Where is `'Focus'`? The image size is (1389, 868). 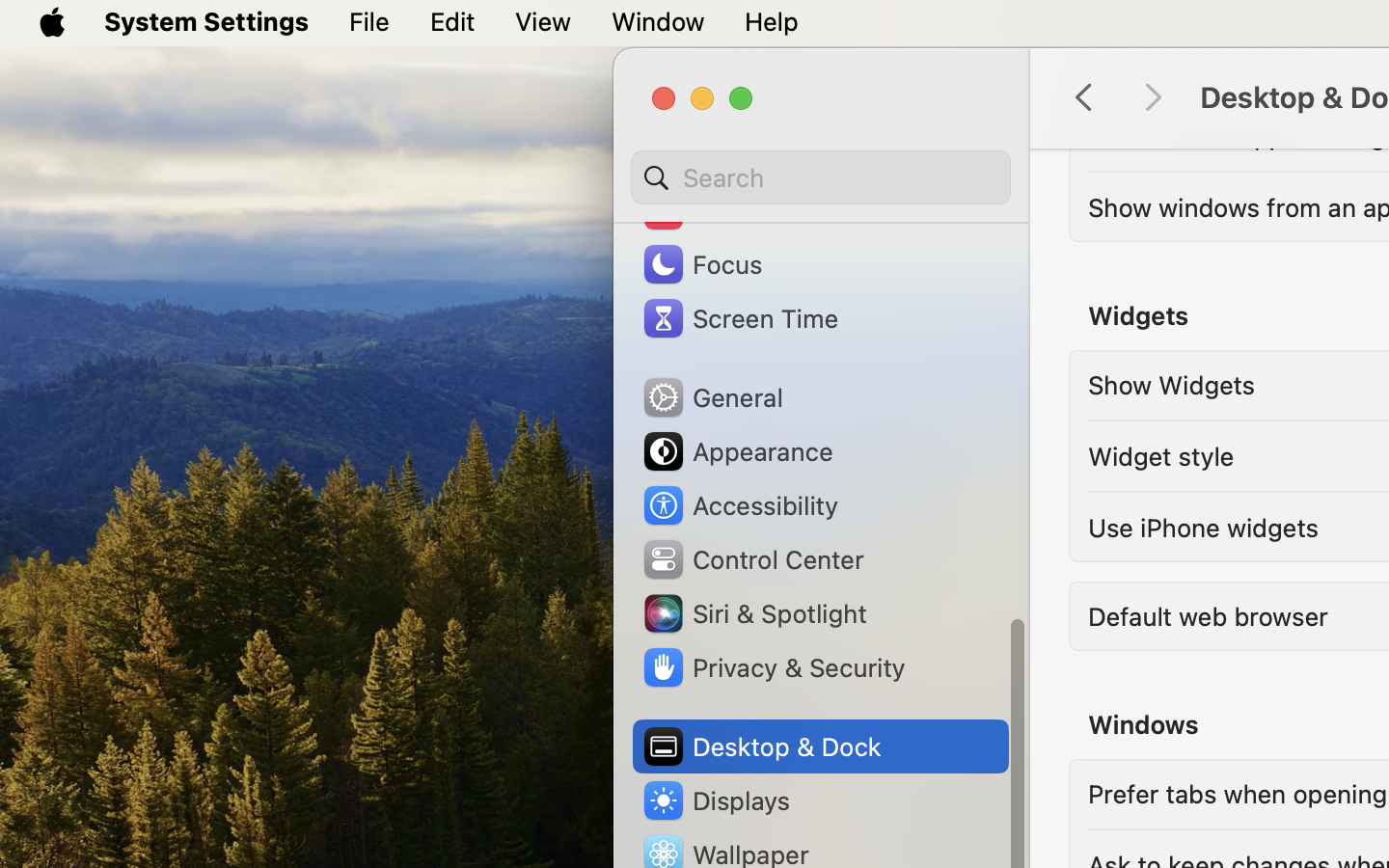 'Focus' is located at coordinates (700, 262).